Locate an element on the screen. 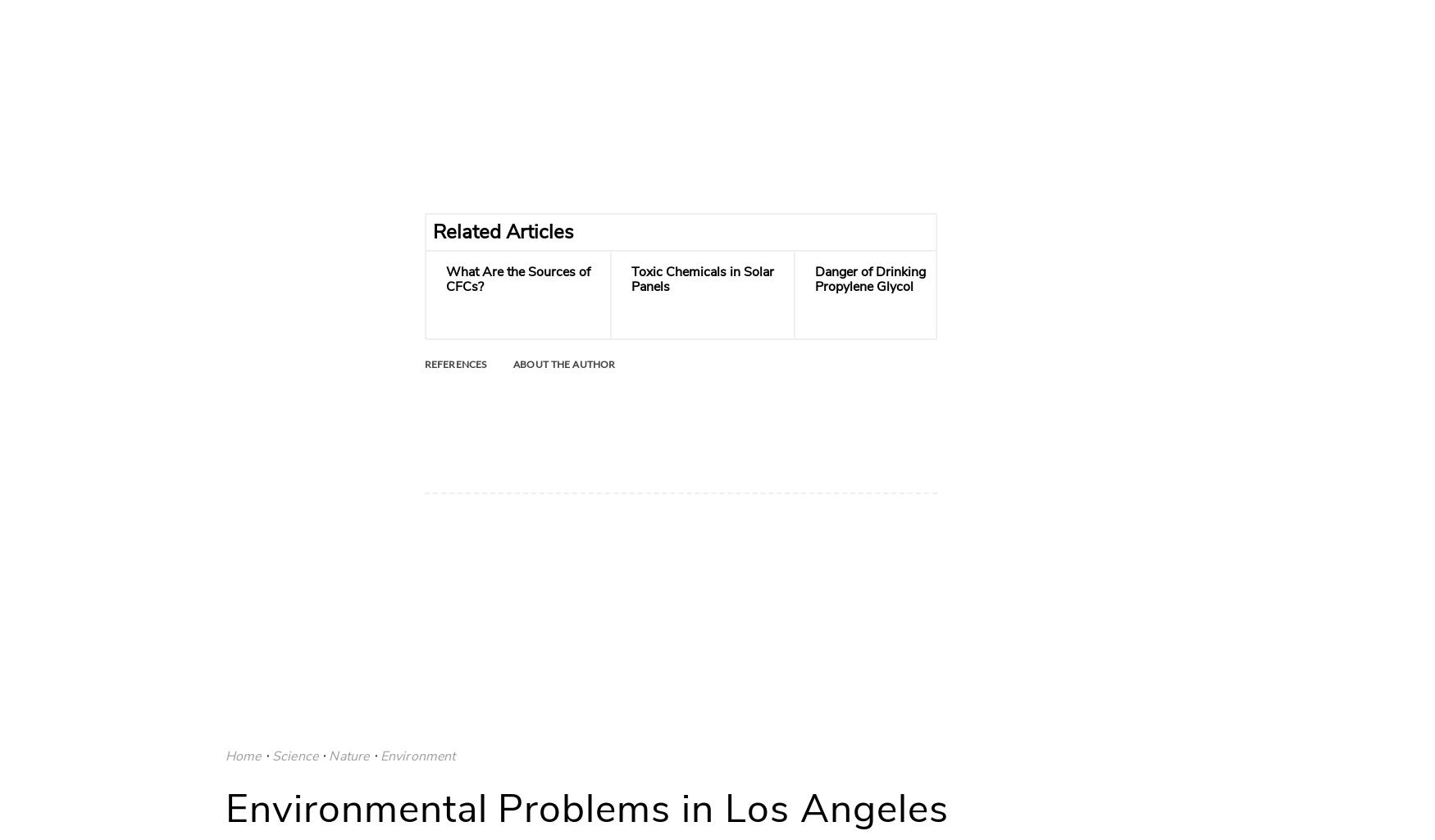  'Home' is located at coordinates (242, 754).